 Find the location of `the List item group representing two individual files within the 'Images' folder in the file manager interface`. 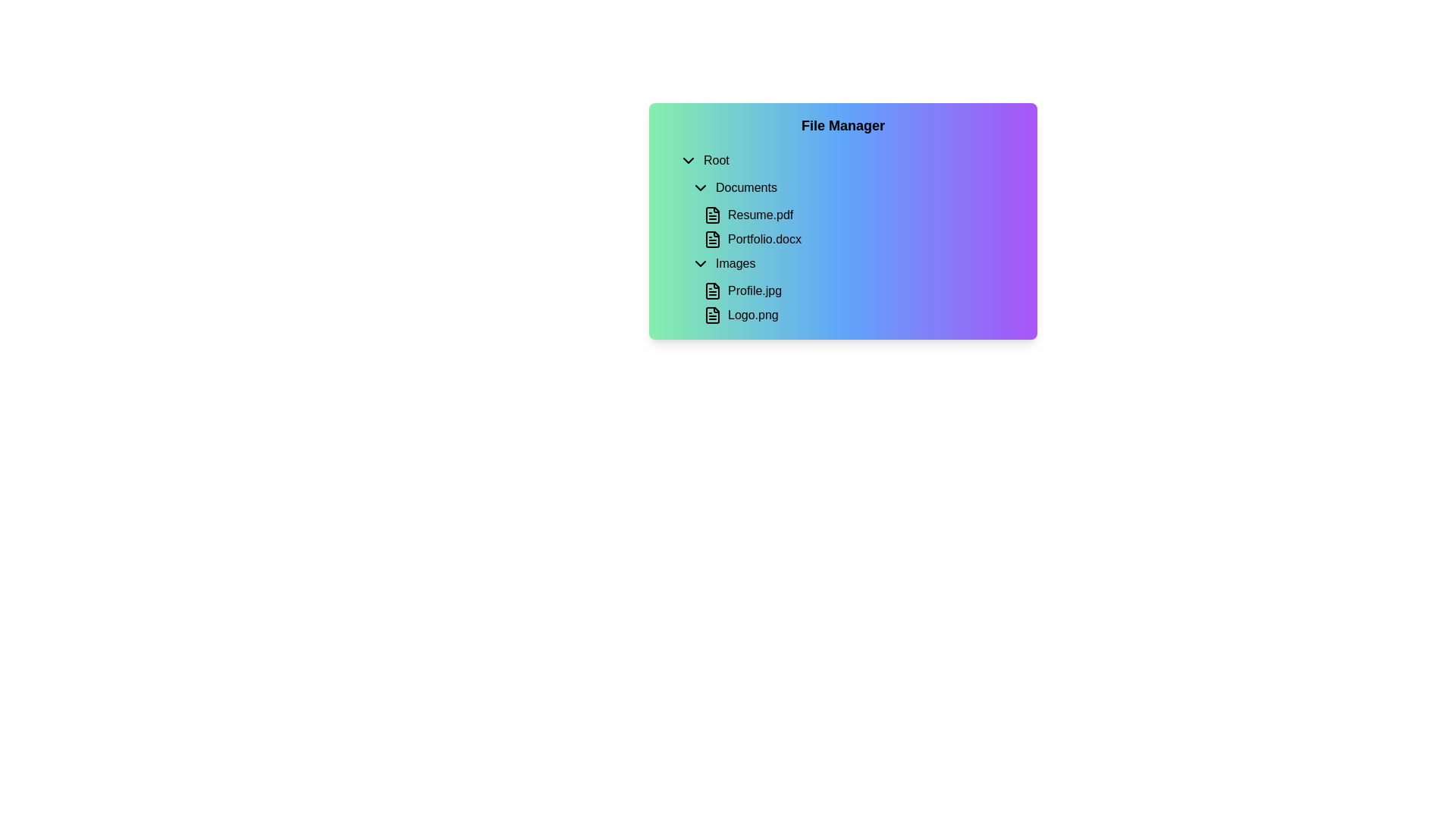

the List item group representing two individual files within the 'Images' folder in the file manager interface is located at coordinates (855, 303).